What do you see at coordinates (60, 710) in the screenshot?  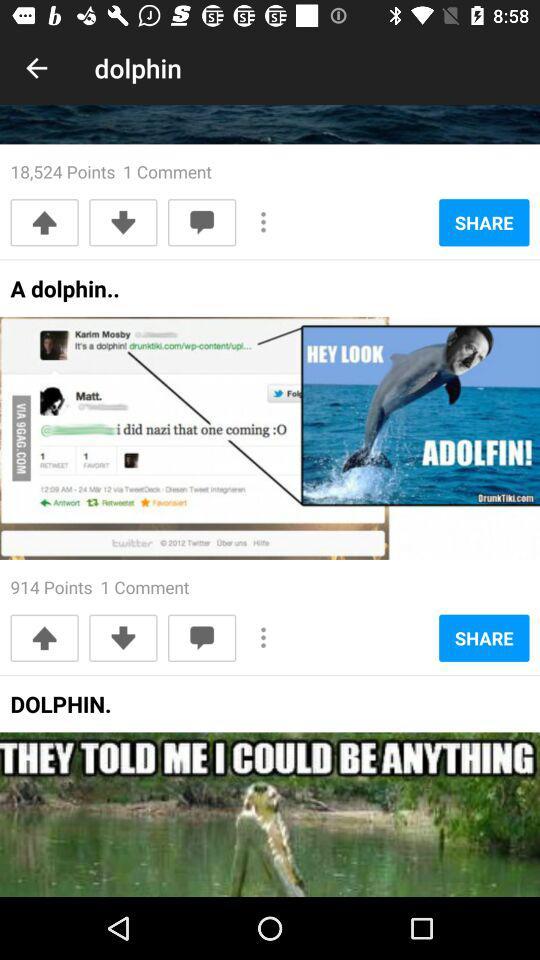 I see `the dolphin. at the bottom left corner` at bounding box center [60, 710].